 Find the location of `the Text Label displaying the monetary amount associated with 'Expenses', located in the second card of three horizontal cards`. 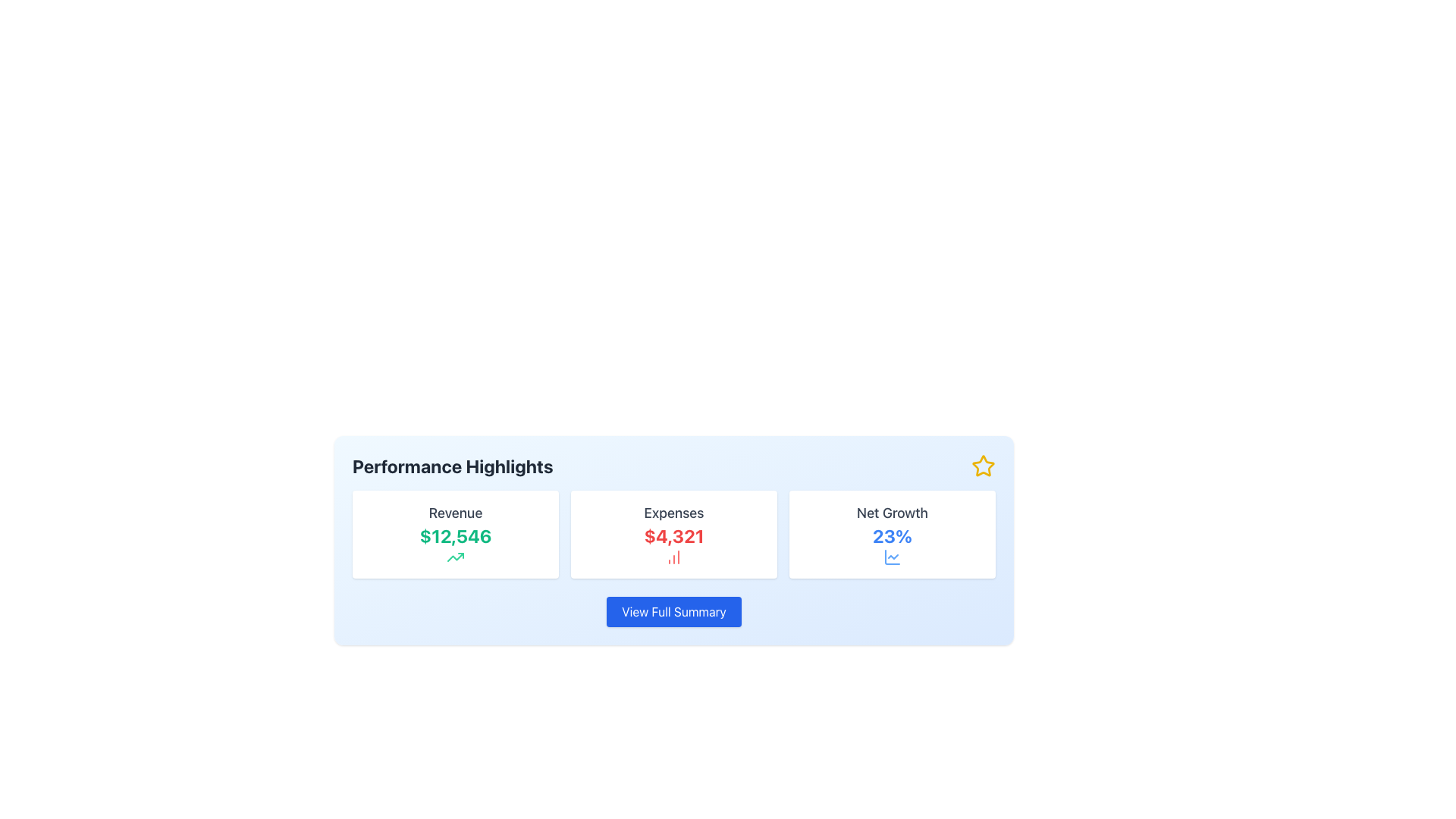

the Text Label displaying the monetary amount associated with 'Expenses', located in the second card of three horizontal cards is located at coordinates (673, 535).